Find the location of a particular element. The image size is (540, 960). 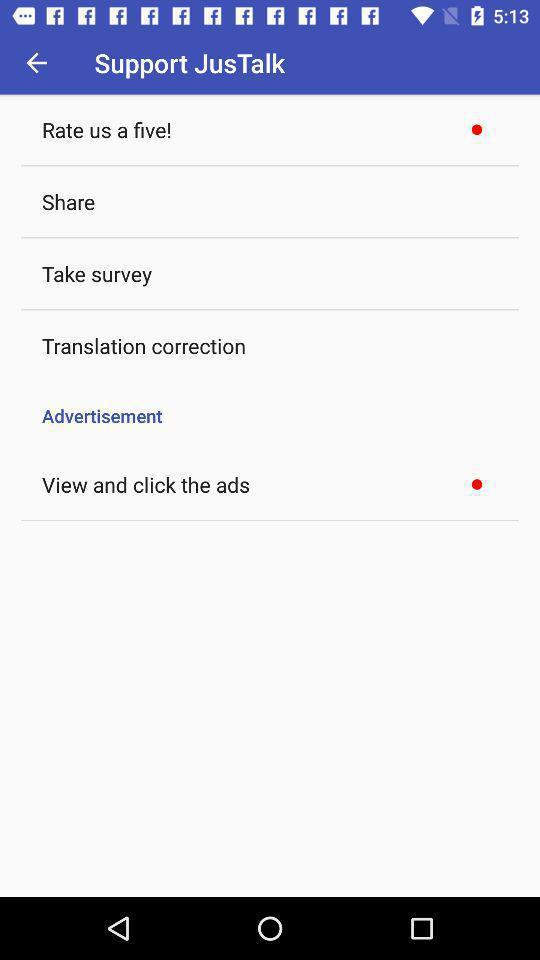

icon next to the support justalk icon is located at coordinates (36, 62).